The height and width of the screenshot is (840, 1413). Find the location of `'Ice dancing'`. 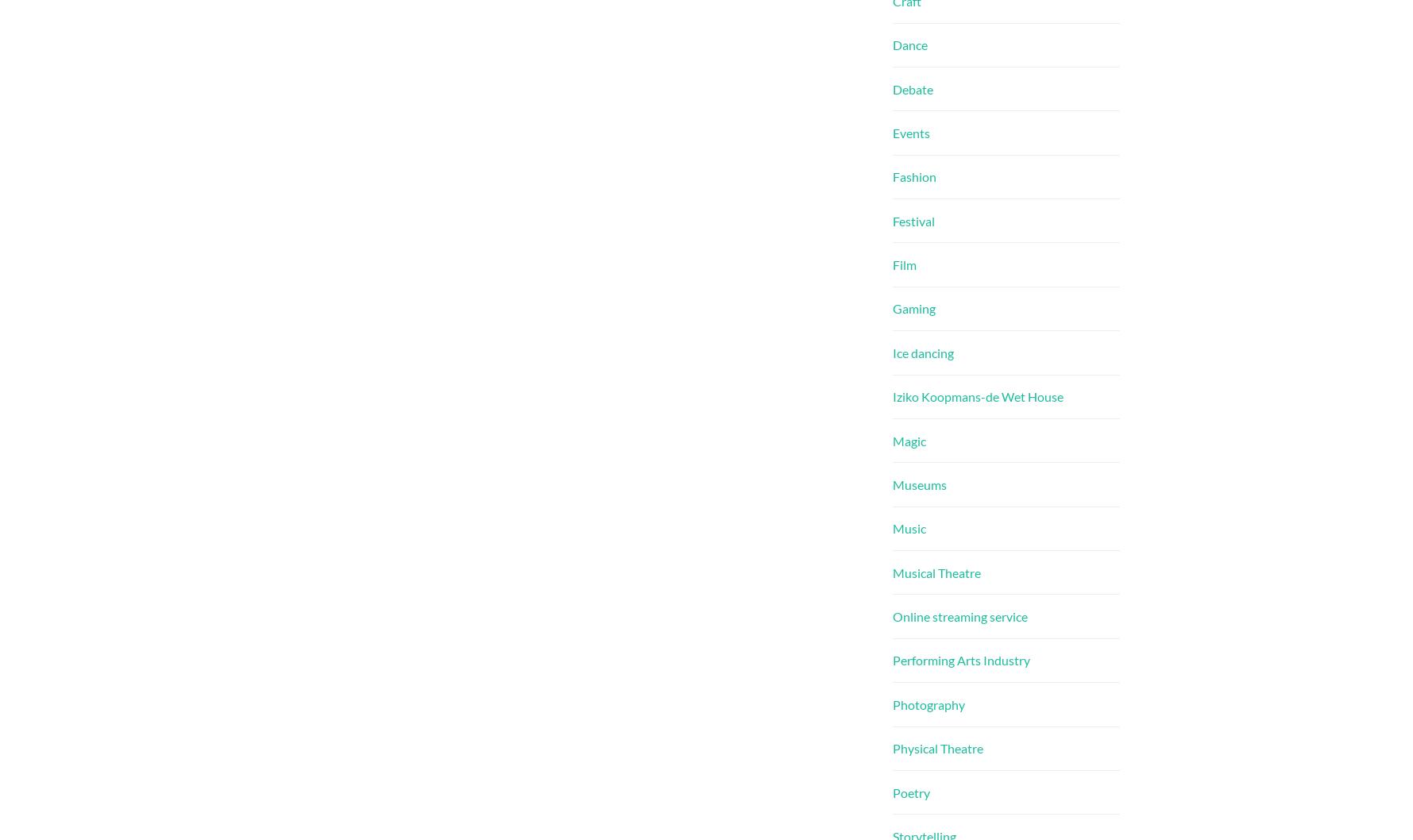

'Ice dancing' is located at coordinates (922, 351).